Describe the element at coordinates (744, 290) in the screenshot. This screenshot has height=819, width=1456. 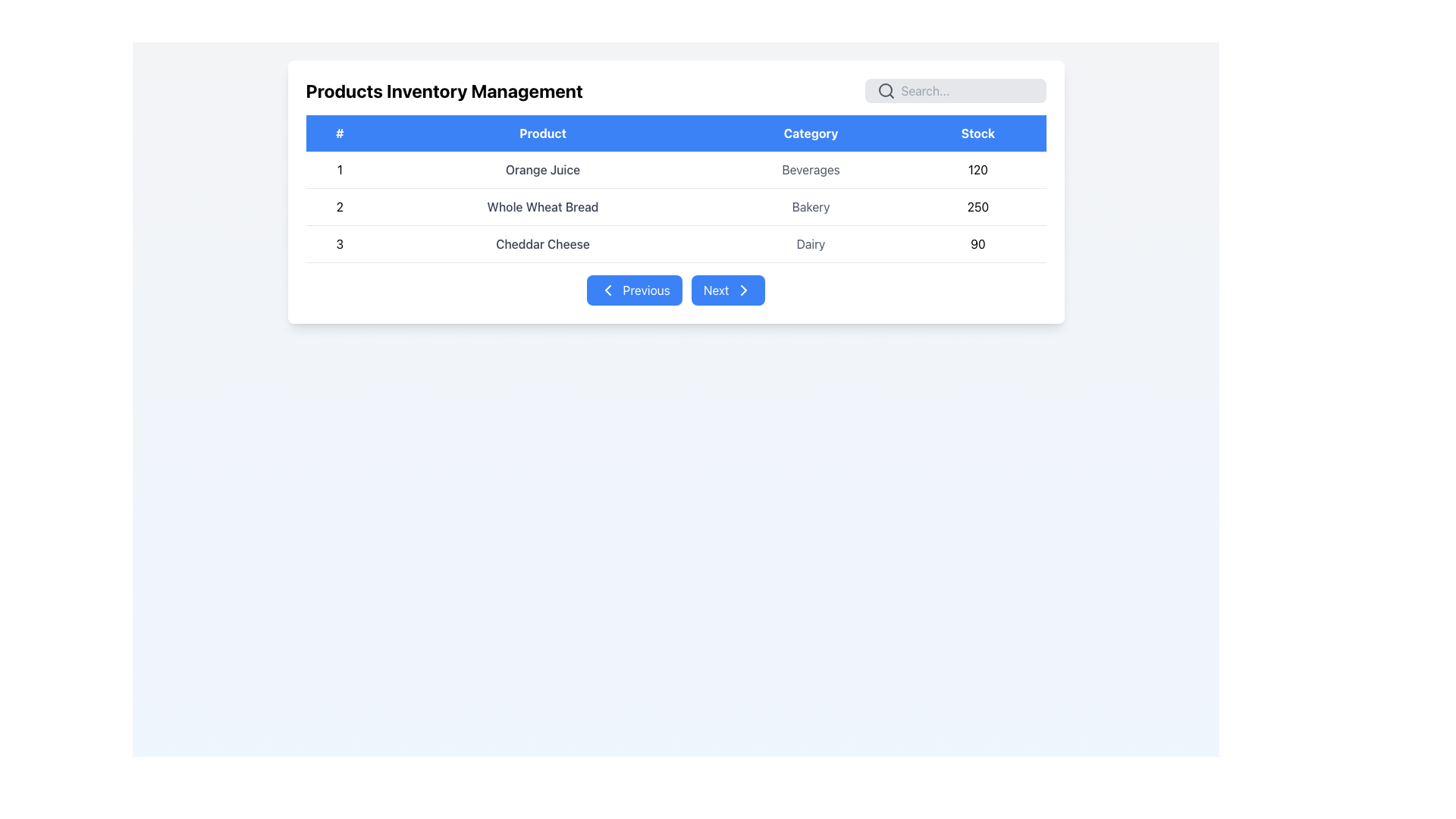
I see `keyboard navigation` at that location.